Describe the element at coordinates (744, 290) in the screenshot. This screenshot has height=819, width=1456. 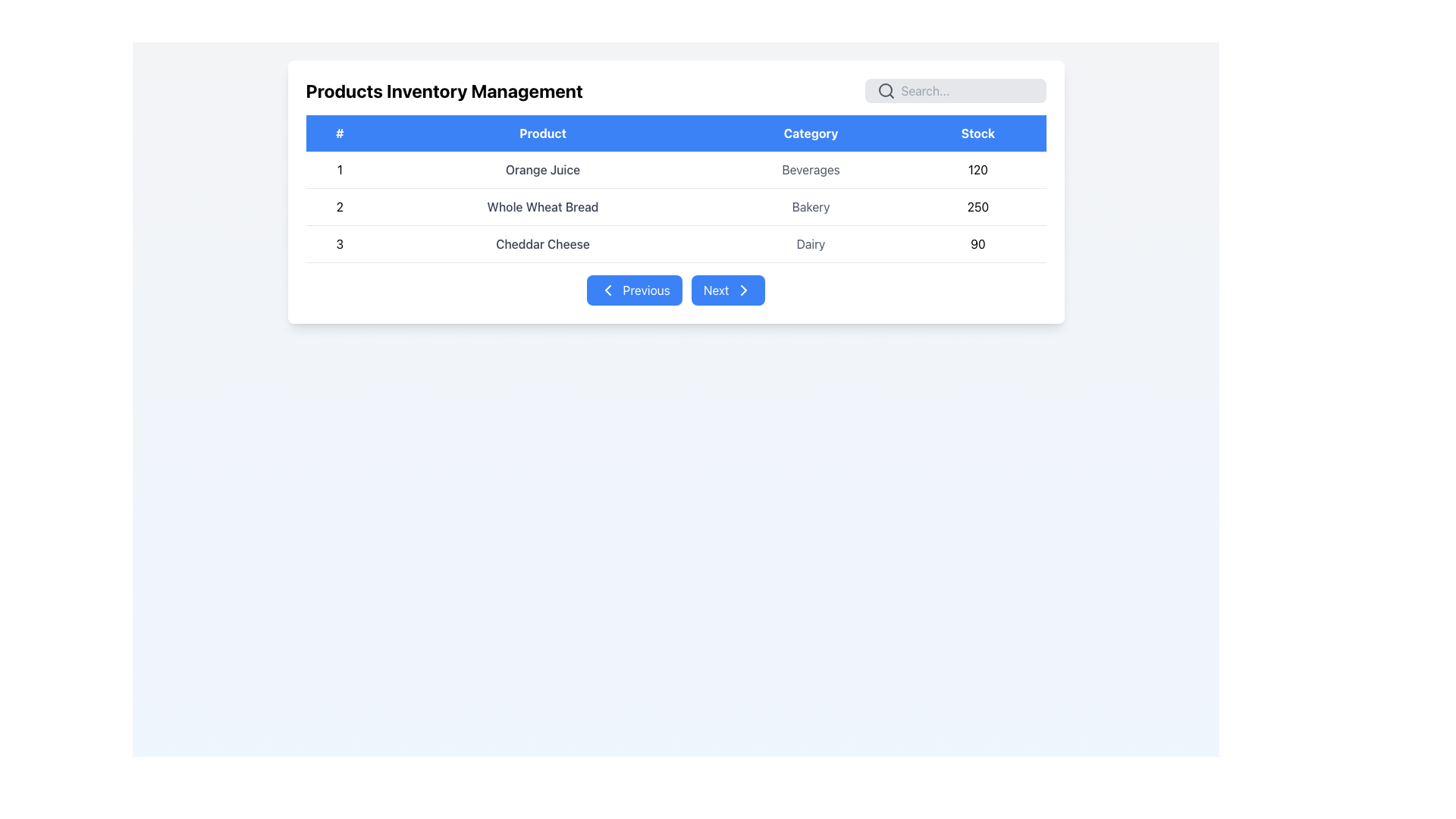
I see `keyboard navigation` at that location.